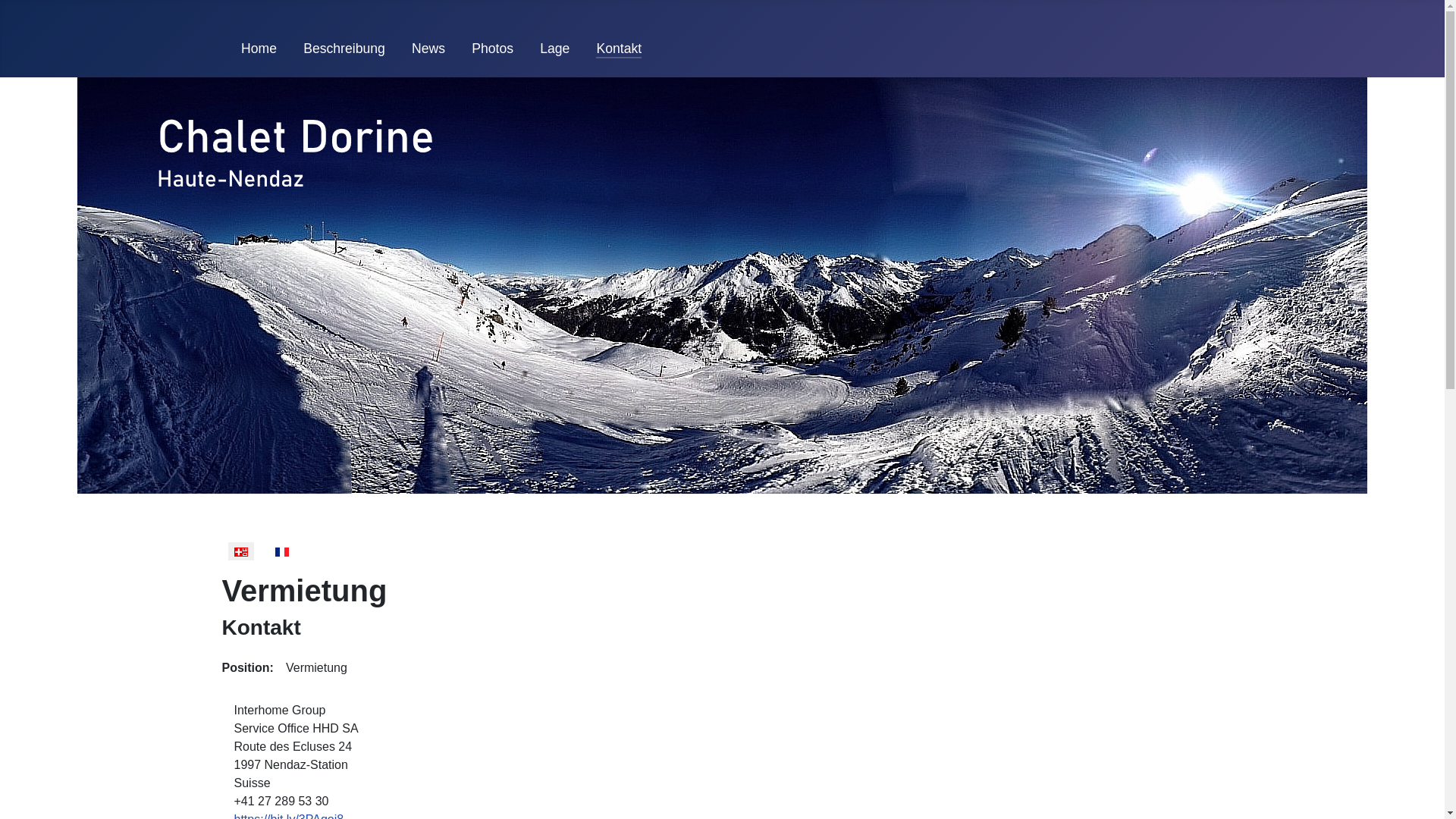 This screenshot has width=1456, height=819. I want to click on 'Kontakt', so click(619, 48).